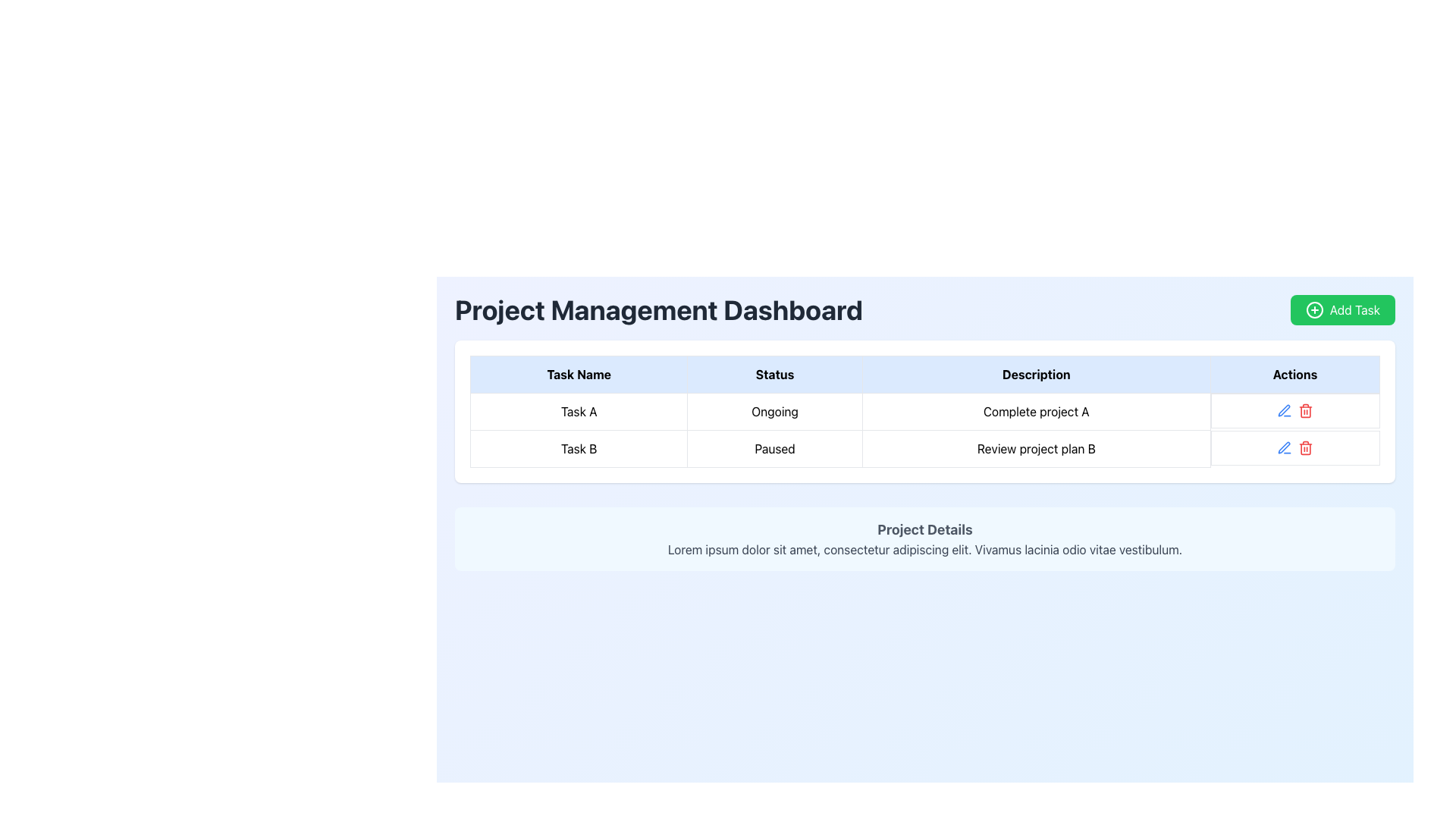 The height and width of the screenshot is (819, 1456). What do you see at coordinates (1342, 309) in the screenshot?
I see `the 'Add Task' button located` at bounding box center [1342, 309].